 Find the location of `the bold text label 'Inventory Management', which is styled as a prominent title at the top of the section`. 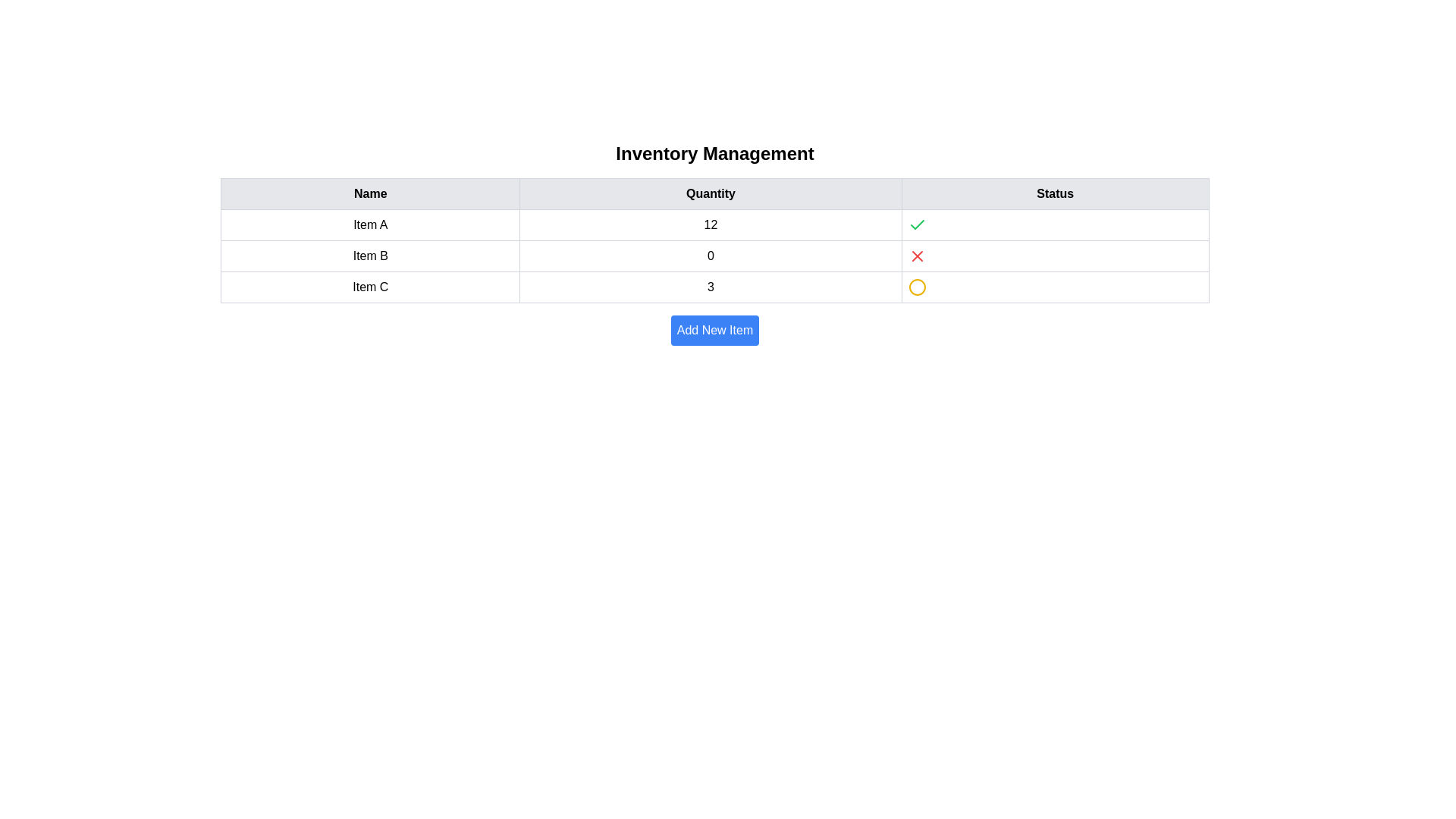

the bold text label 'Inventory Management', which is styled as a prominent title at the top of the section is located at coordinates (714, 154).